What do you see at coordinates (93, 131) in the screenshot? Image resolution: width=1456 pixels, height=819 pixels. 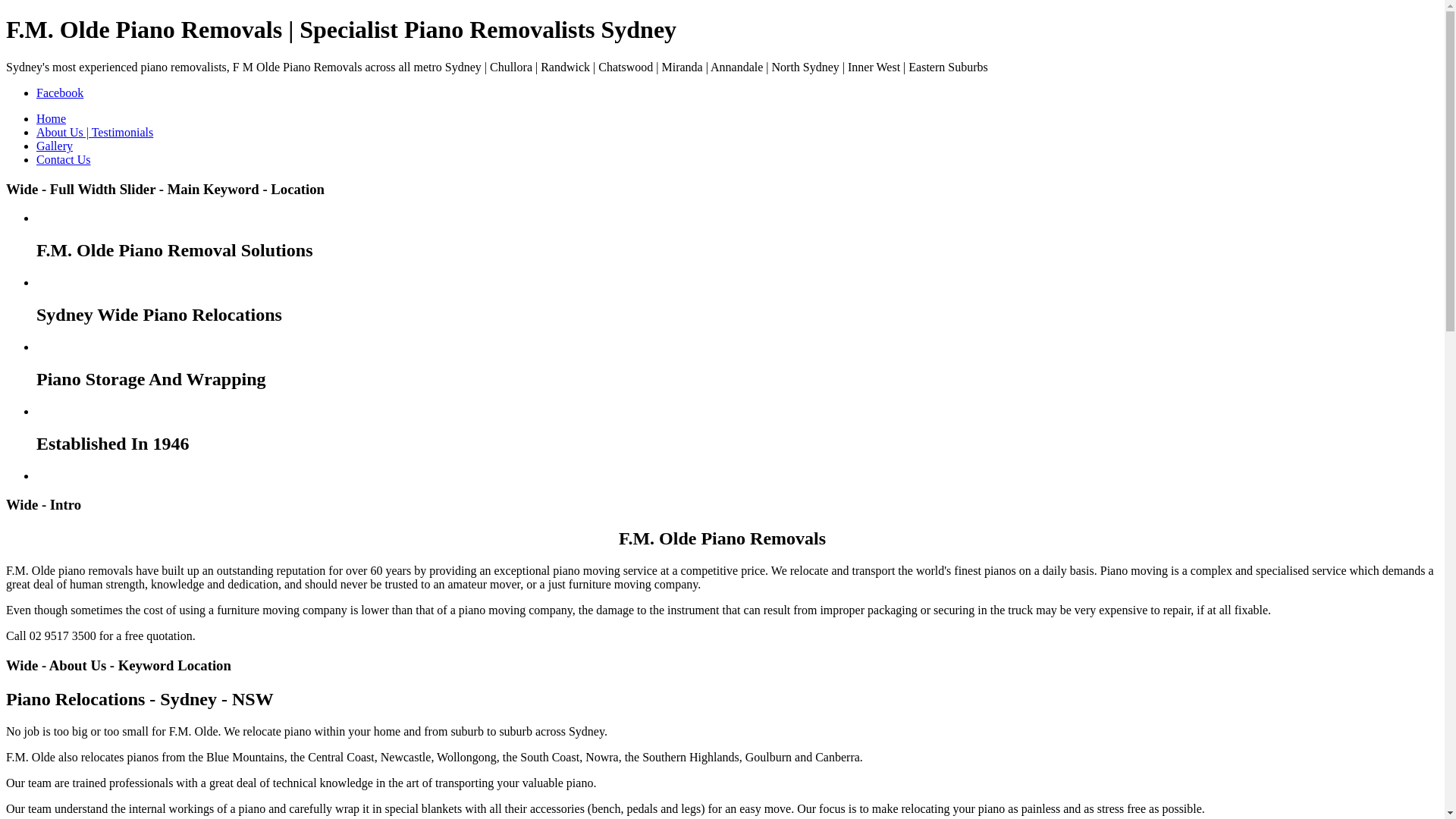 I see `'About Us | Testimonials'` at bounding box center [93, 131].